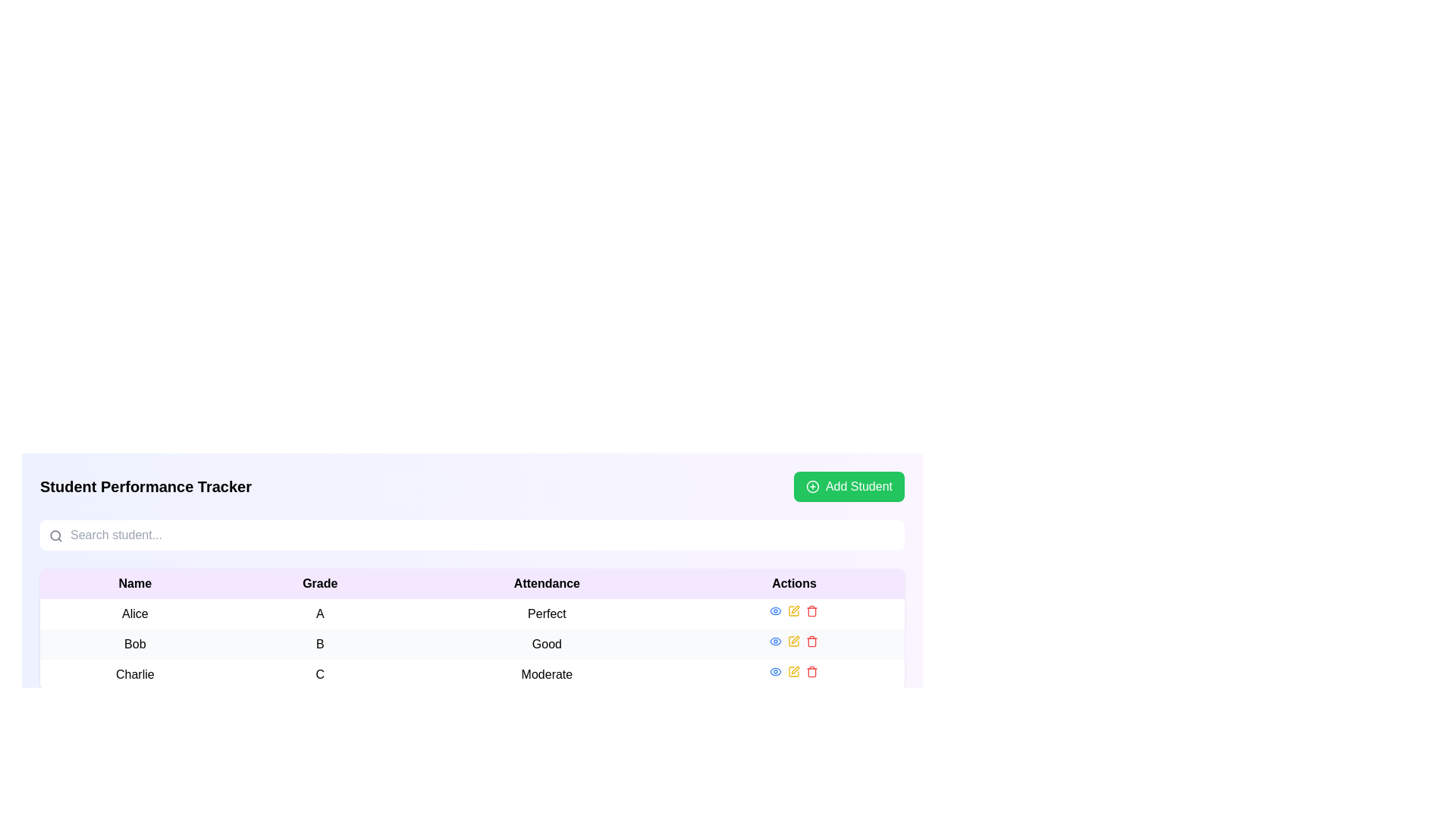 This screenshot has width=1456, height=819. Describe the element at coordinates (135, 614) in the screenshot. I see `the text label displaying the name 'Alice', which identifies the first student's information in the 'Name' column of the table` at that location.